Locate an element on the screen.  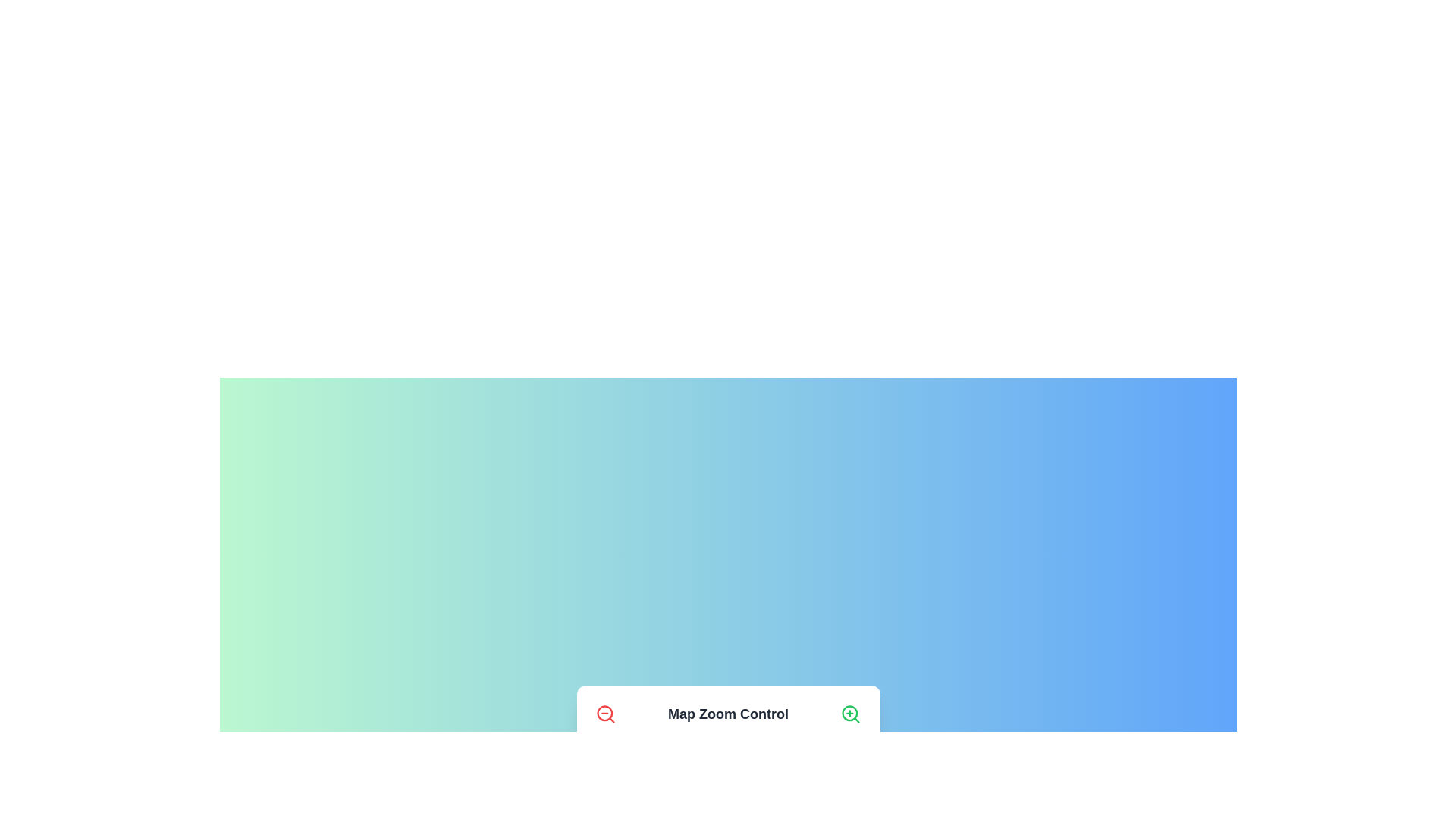
the zoom level to 2 using the slider is located at coordinates (624, 767).